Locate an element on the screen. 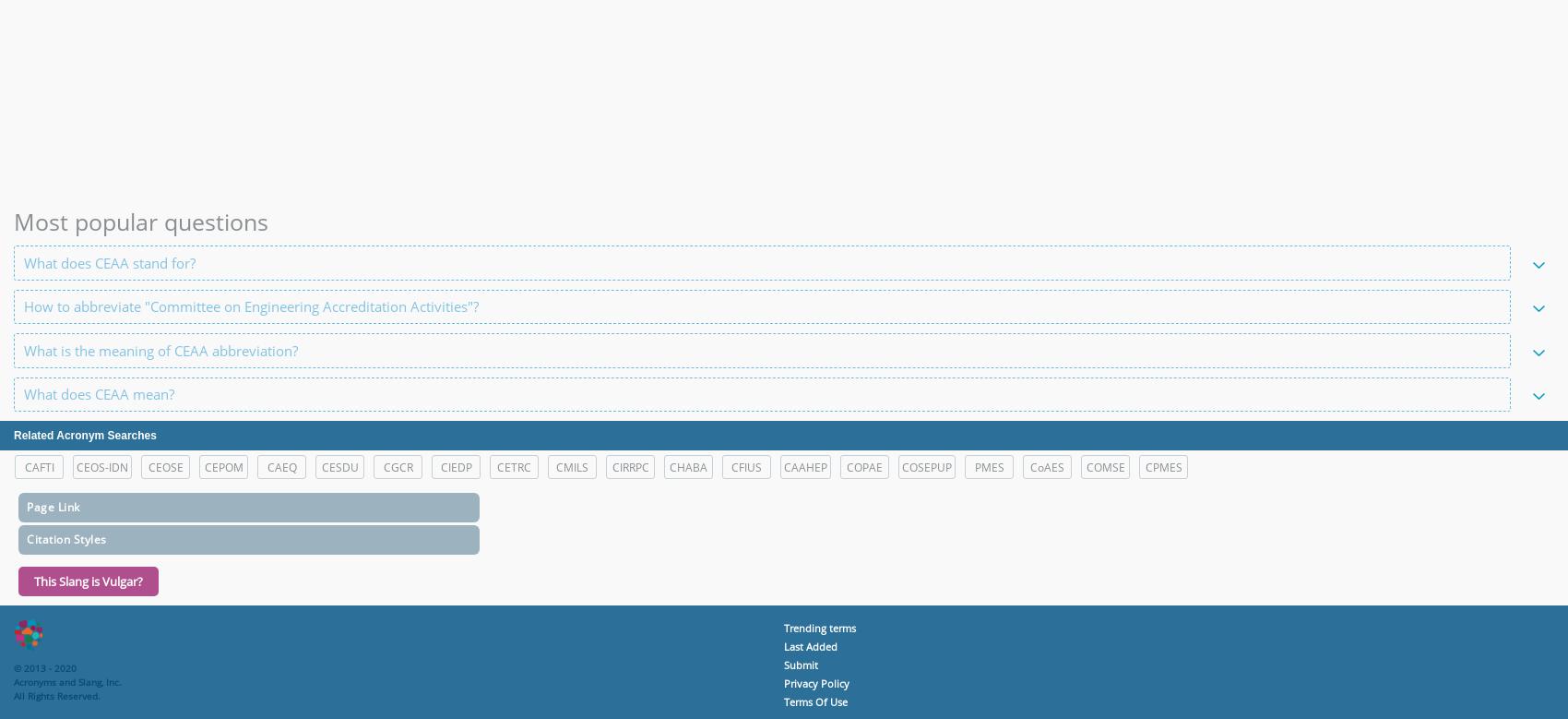 The image size is (1568, 719). 'Acronyms and Slang, Inc.' is located at coordinates (67, 681).